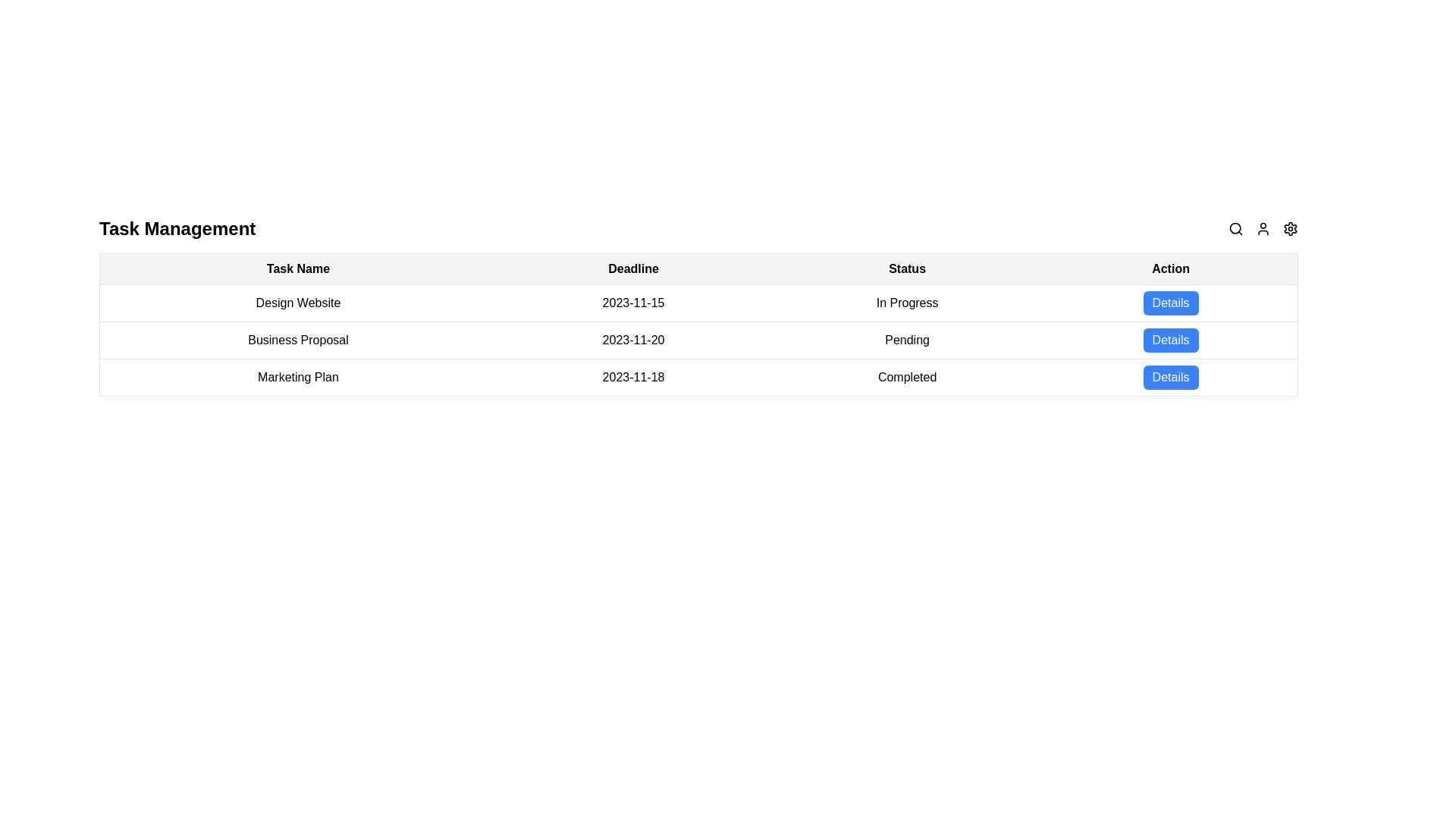 This screenshot has height=819, width=1456. Describe the element at coordinates (1170, 303) in the screenshot. I see `the 'Details' button` at that location.